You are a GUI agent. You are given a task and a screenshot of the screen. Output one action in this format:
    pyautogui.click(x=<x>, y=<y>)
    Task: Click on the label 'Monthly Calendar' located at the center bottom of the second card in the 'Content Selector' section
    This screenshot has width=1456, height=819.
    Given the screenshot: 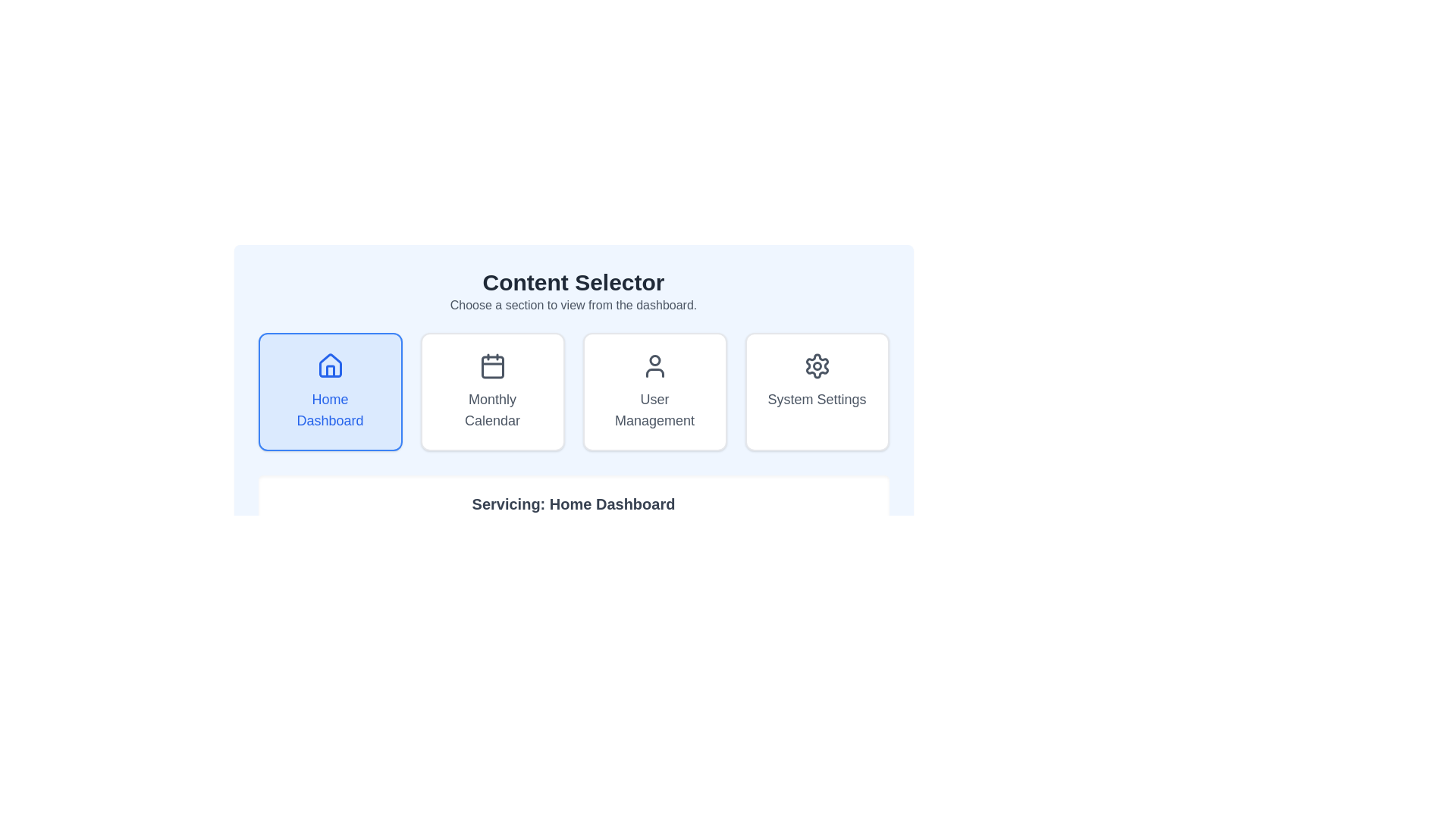 What is the action you would take?
    pyautogui.click(x=492, y=409)
    